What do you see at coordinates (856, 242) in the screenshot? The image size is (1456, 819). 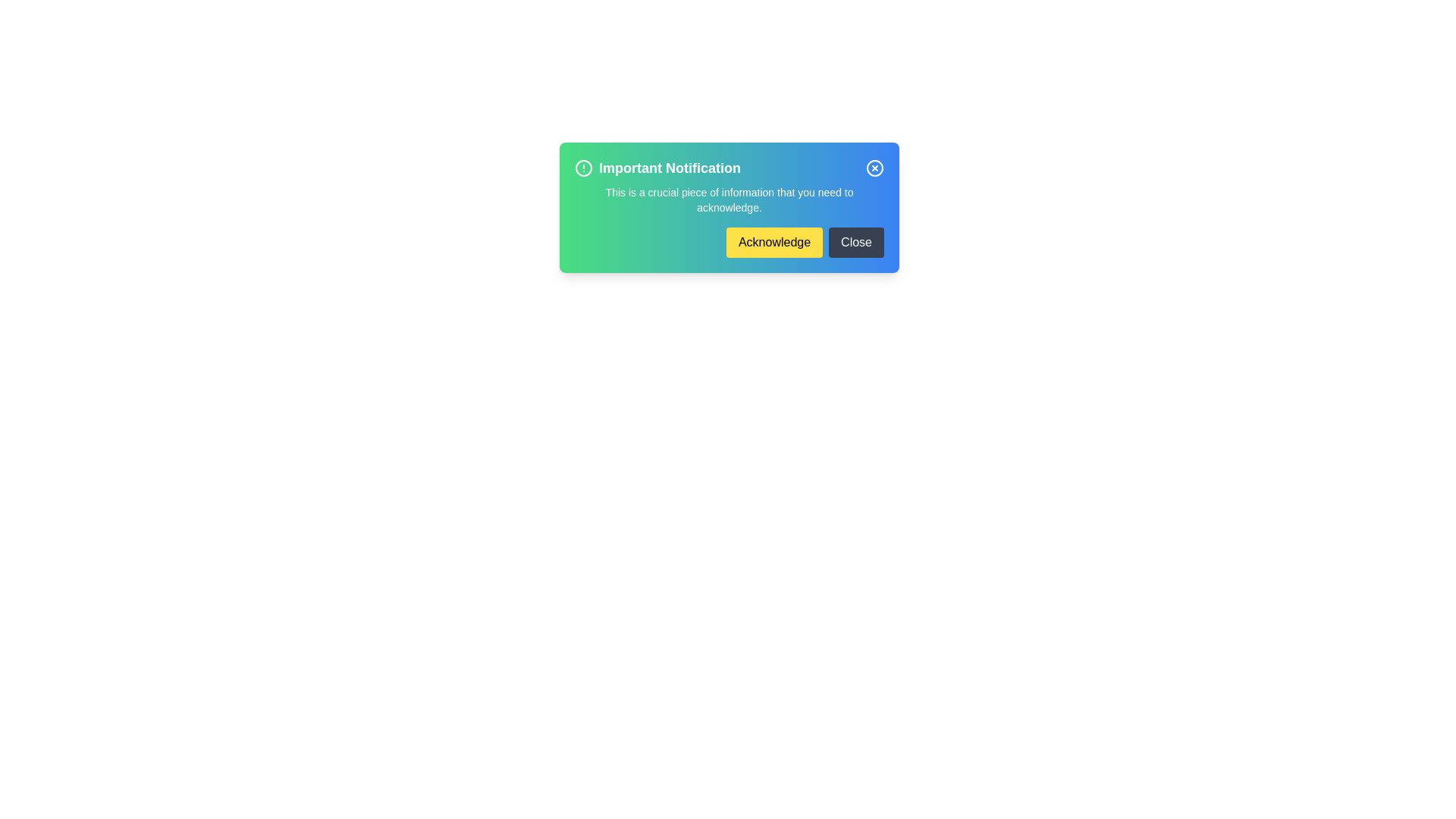 I see `the second button from the left in the bottom-right corner of the notification panel to observe hover effects` at bounding box center [856, 242].